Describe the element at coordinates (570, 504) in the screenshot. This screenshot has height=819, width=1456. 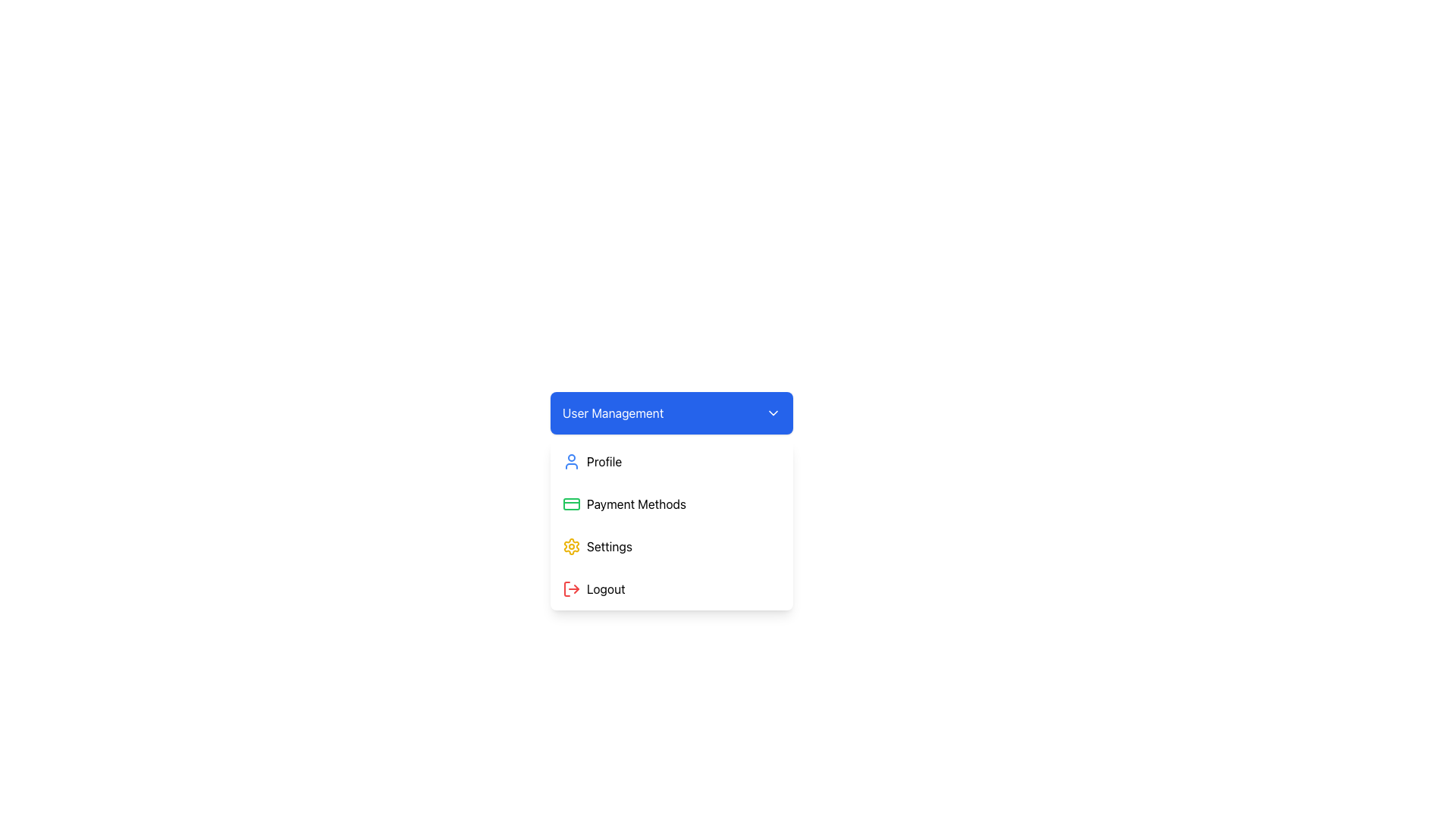
I see `the SVG rectangle icon representing the 'Payment Methods' menu item, which has rounded corners and is positioned above a horizontal line in the dropdown menu` at that location.